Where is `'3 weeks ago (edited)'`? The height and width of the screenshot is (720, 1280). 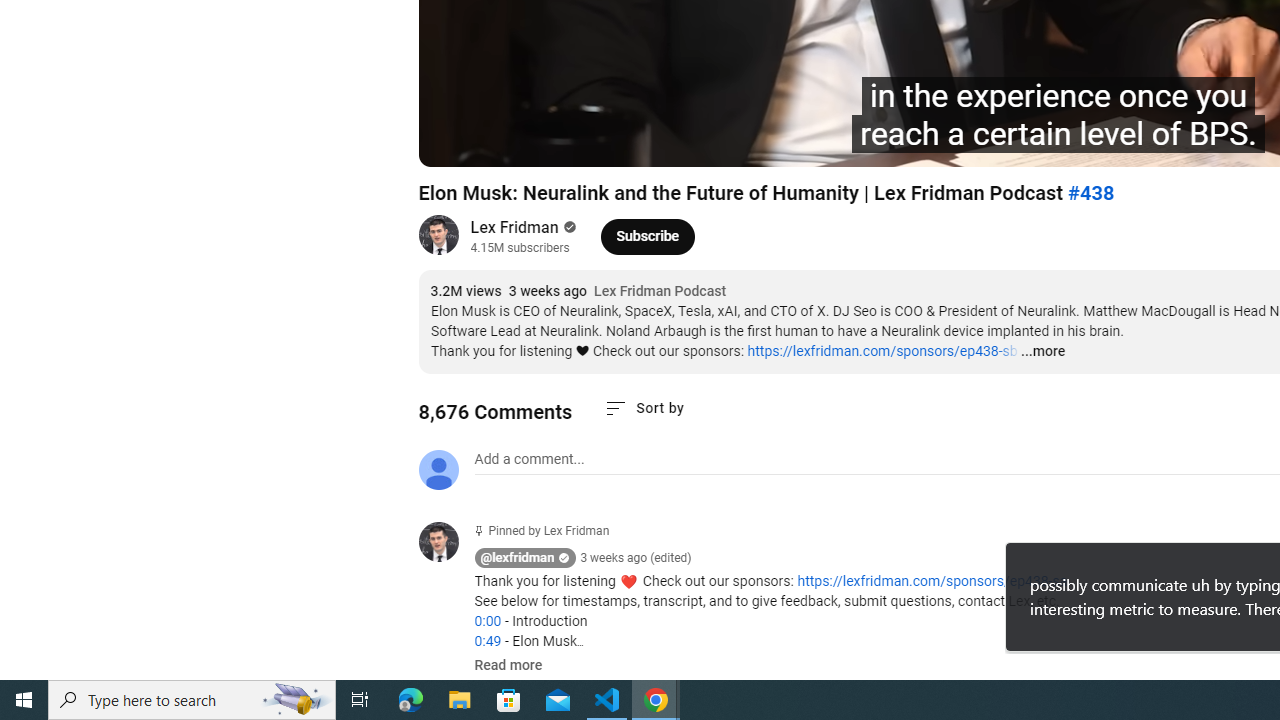 '3 weeks ago (edited)' is located at coordinates (635, 558).